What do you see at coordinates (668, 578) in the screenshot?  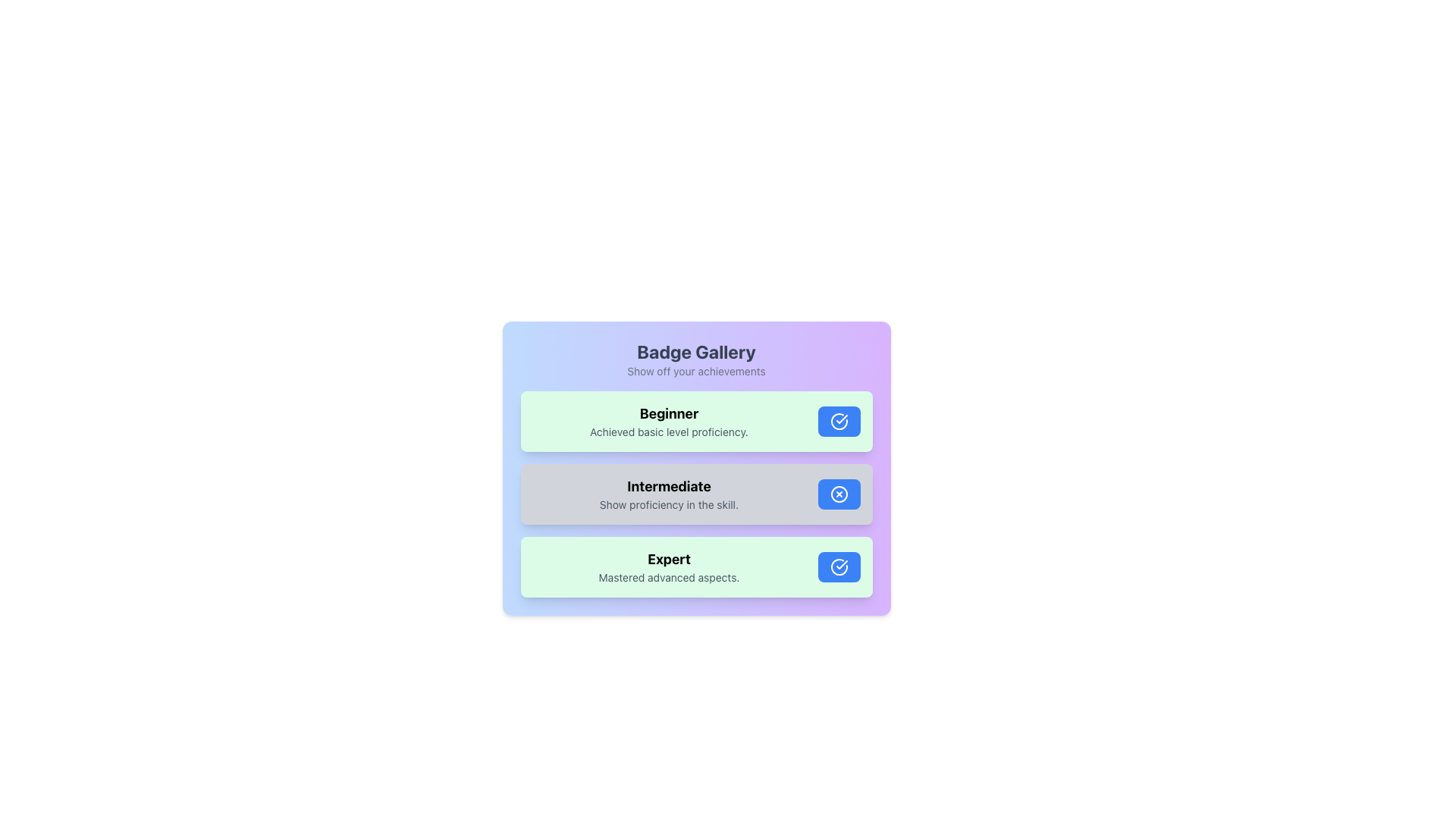 I see `the descriptive text block located below the 'Expert' badge within the green background section` at bounding box center [668, 578].